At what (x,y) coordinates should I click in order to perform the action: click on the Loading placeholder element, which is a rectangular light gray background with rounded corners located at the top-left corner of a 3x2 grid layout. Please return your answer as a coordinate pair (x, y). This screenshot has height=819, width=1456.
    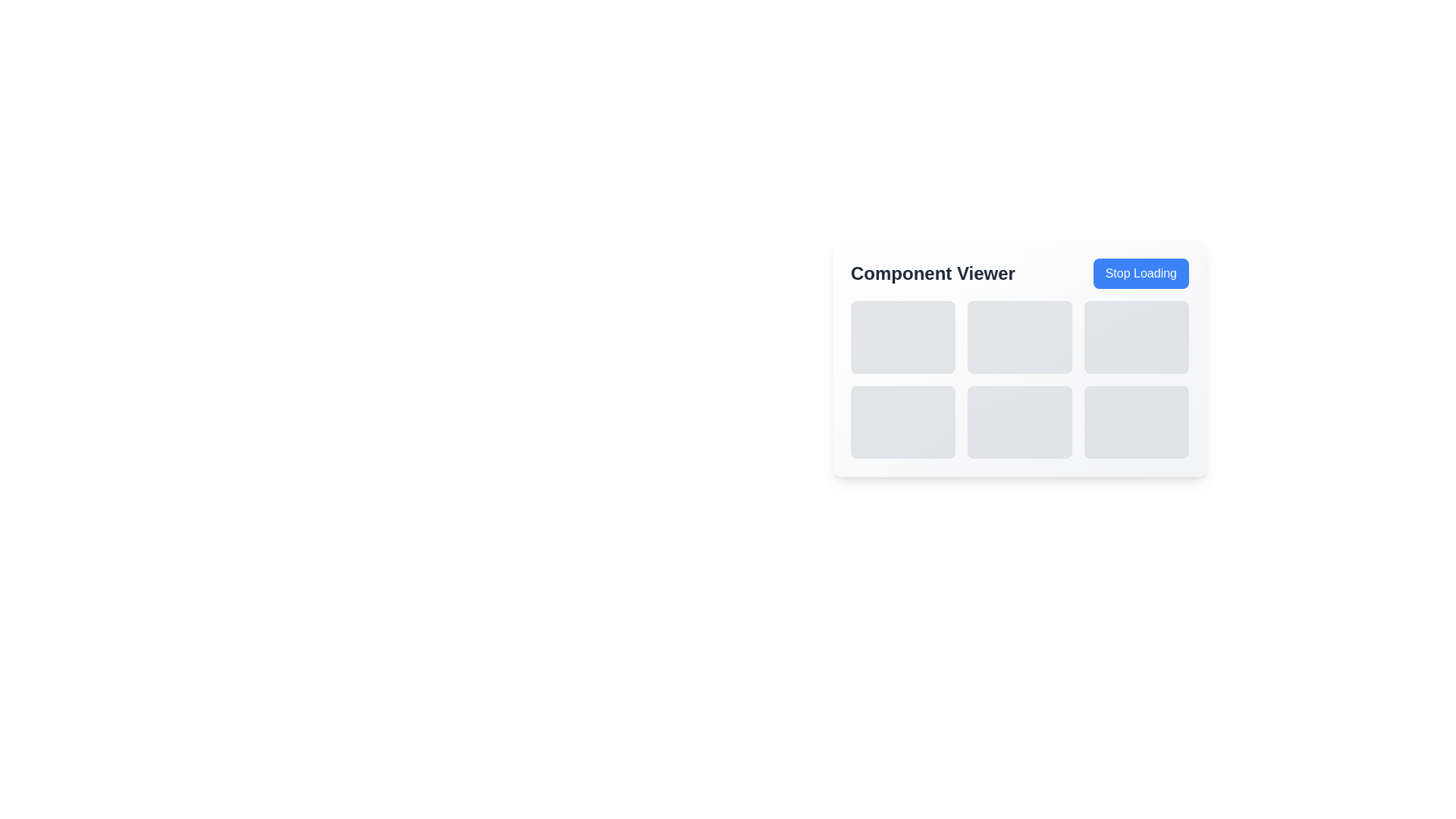
    Looking at the image, I should click on (902, 336).